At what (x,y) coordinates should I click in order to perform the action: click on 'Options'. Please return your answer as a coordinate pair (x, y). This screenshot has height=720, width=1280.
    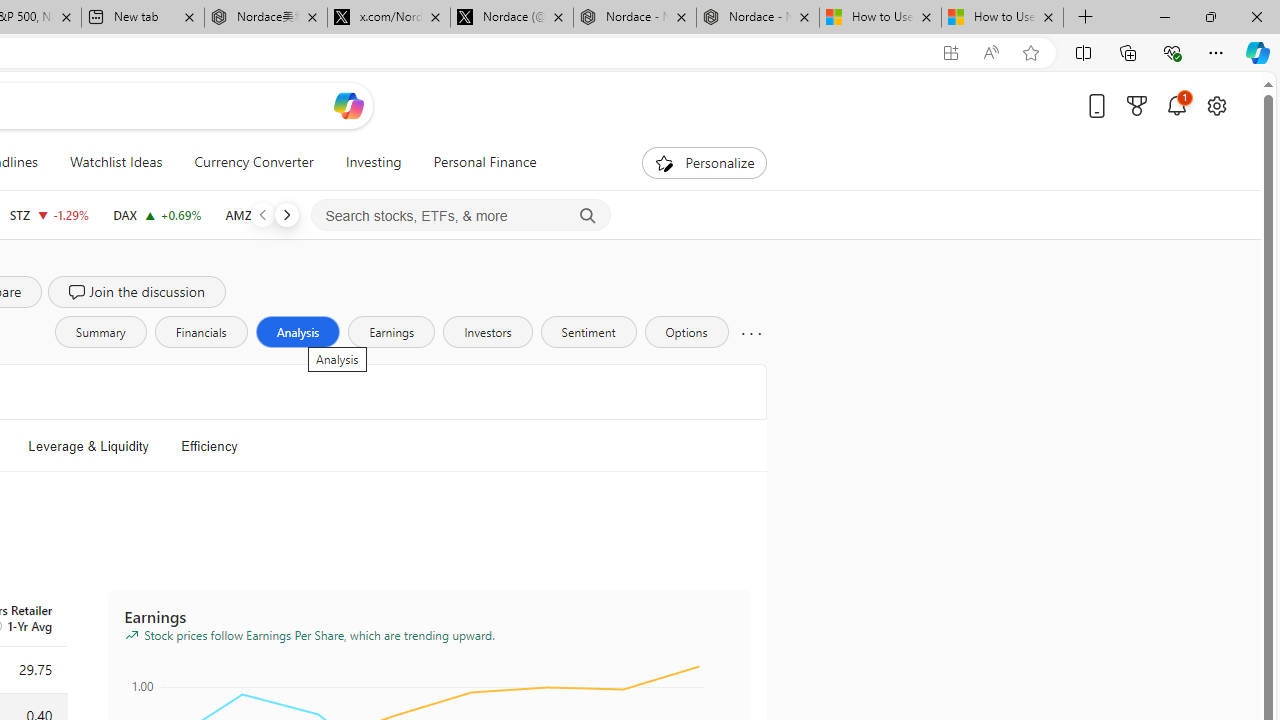
    Looking at the image, I should click on (686, 330).